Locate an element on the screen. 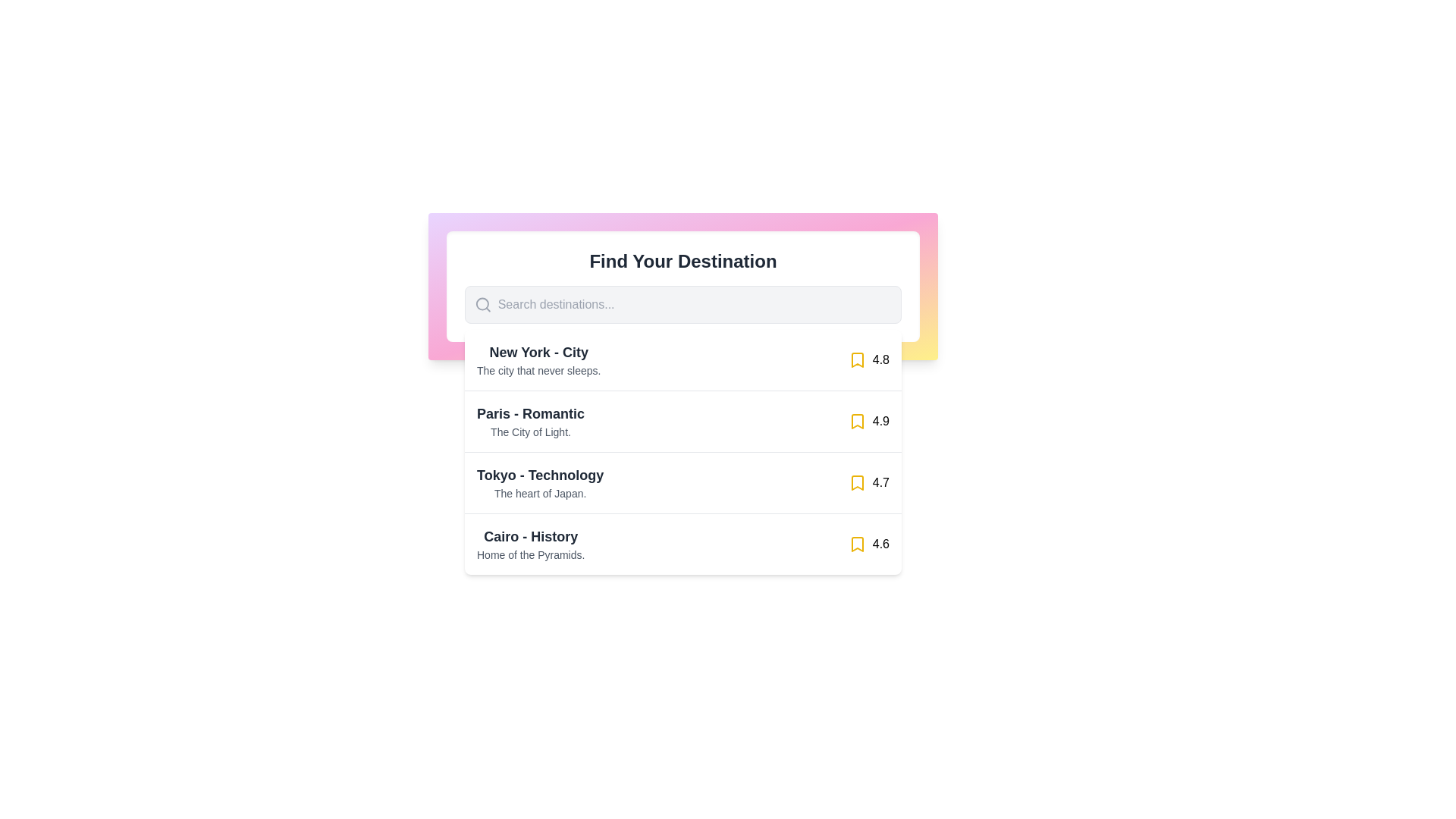  the text label displaying the phrase 'The heart of Japan.' located beneath the title 'Tokyo - Technology' in the list of destinations is located at coordinates (540, 494).